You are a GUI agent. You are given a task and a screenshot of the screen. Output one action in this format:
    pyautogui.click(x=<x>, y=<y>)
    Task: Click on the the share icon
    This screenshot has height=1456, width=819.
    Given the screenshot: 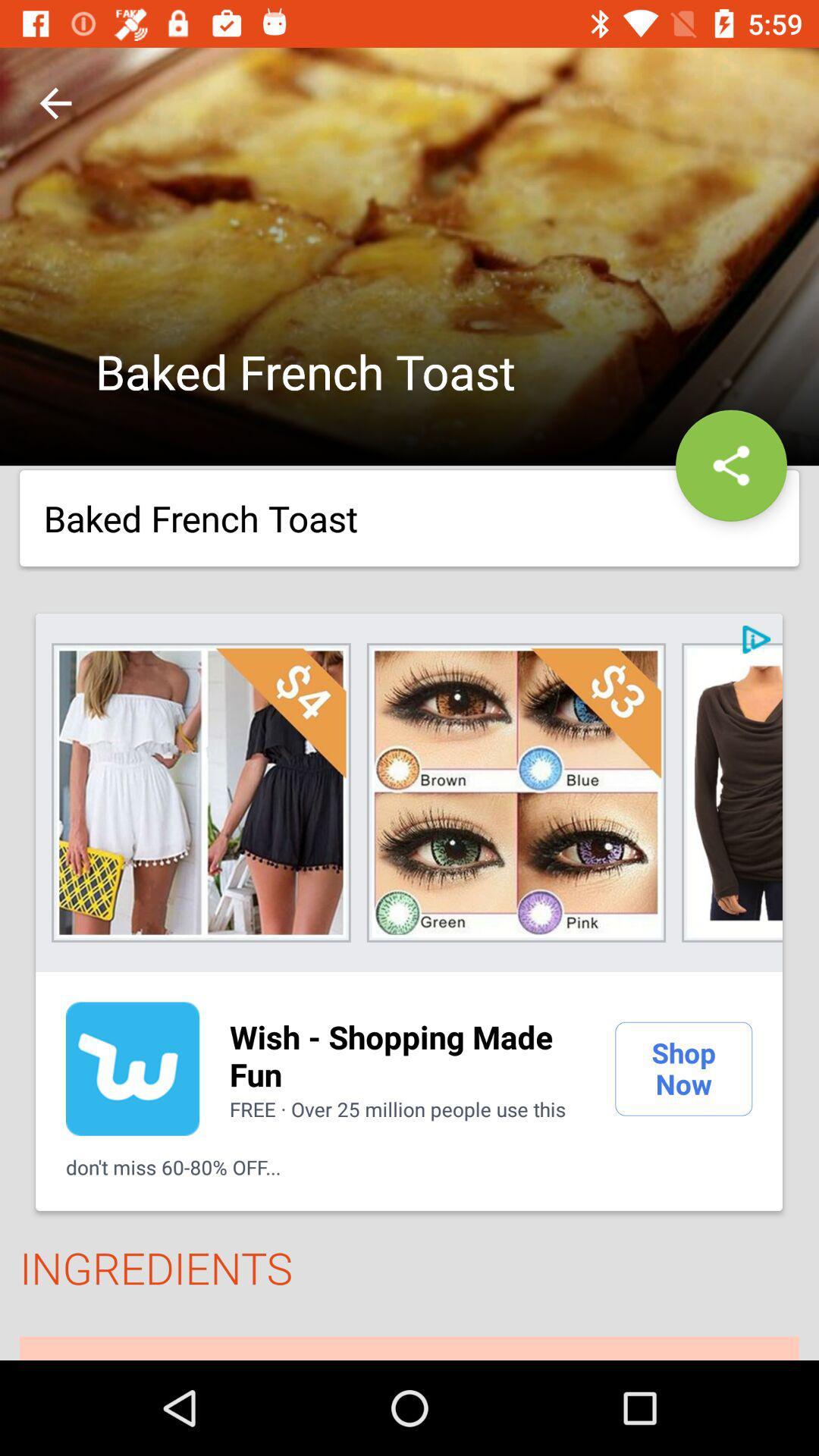 What is the action you would take?
    pyautogui.click(x=730, y=465)
    